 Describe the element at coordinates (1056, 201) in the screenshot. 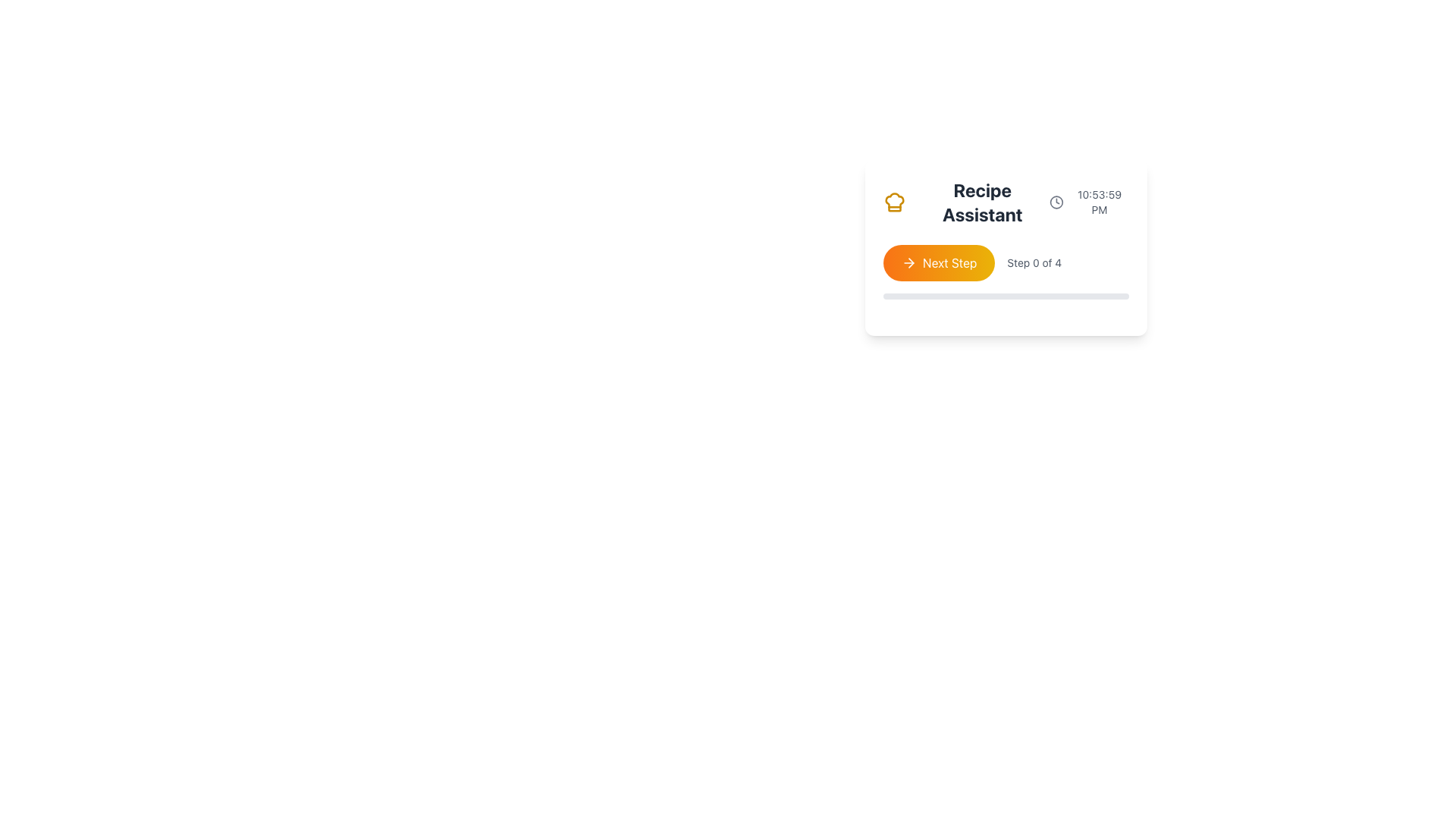

I see `the clock icon located in the upper-right corner of the card, which features a minimalistic design with clock hands pointing to specific positions` at that location.